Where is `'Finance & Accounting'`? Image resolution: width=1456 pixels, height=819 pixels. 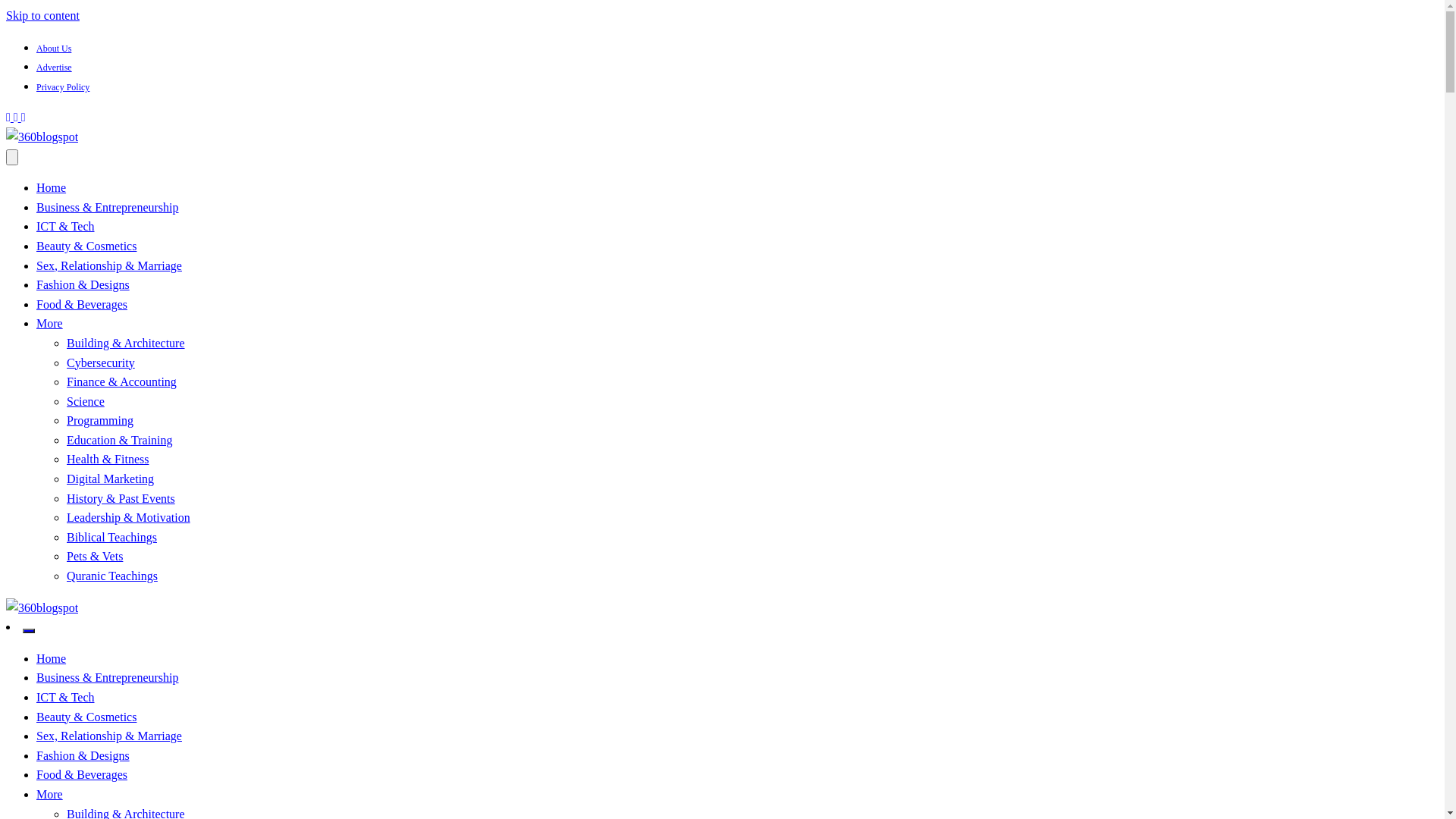
'Finance & Accounting' is located at coordinates (65, 381).